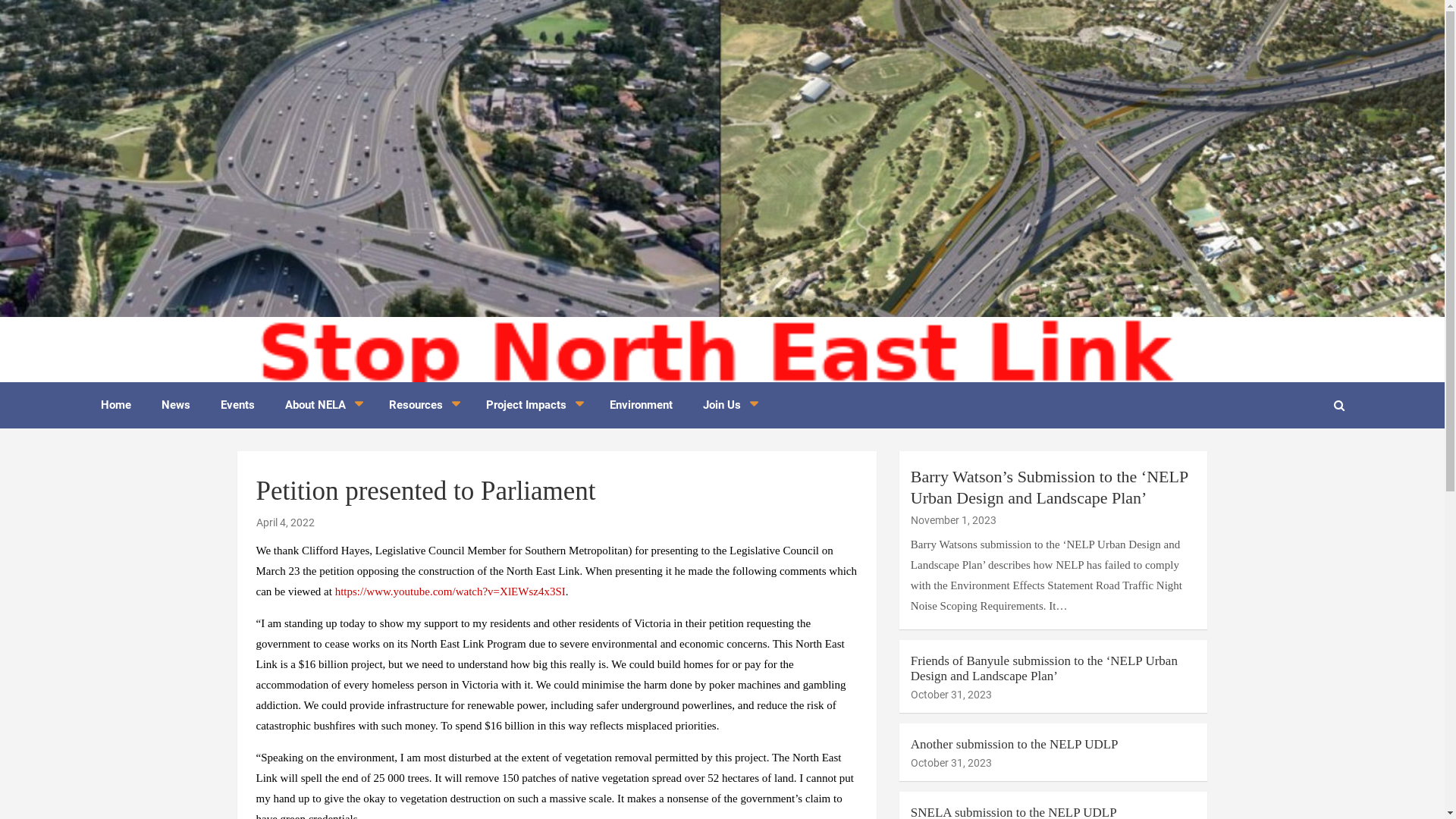 The width and height of the screenshot is (1456, 819). What do you see at coordinates (422, 404) in the screenshot?
I see `'Resources'` at bounding box center [422, 404].